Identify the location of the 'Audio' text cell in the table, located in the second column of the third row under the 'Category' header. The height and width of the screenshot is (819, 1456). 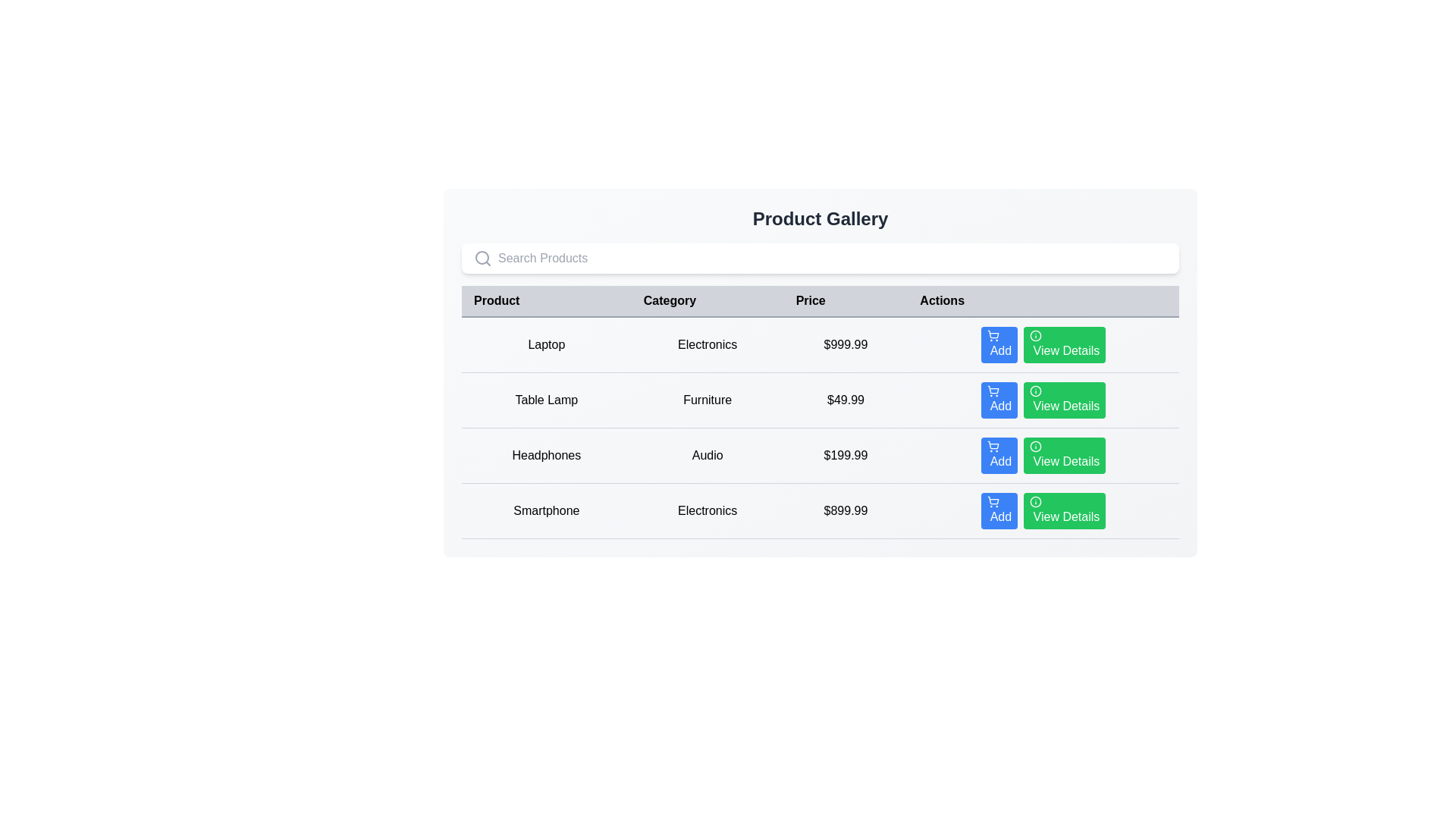
(707, 455).